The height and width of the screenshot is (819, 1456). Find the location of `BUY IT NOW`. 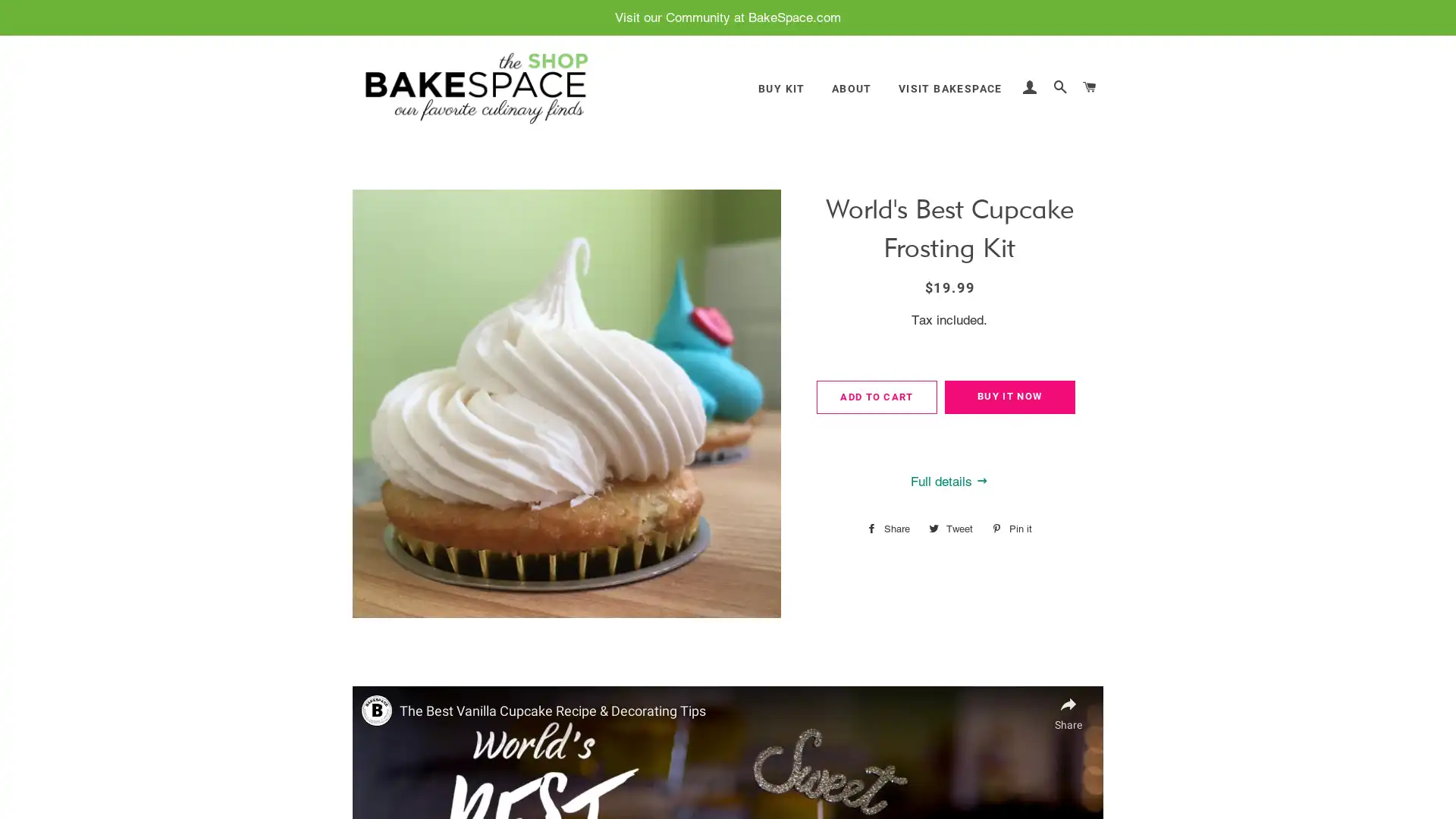

BUY IT NOW is located at coordinates (1009, 396).